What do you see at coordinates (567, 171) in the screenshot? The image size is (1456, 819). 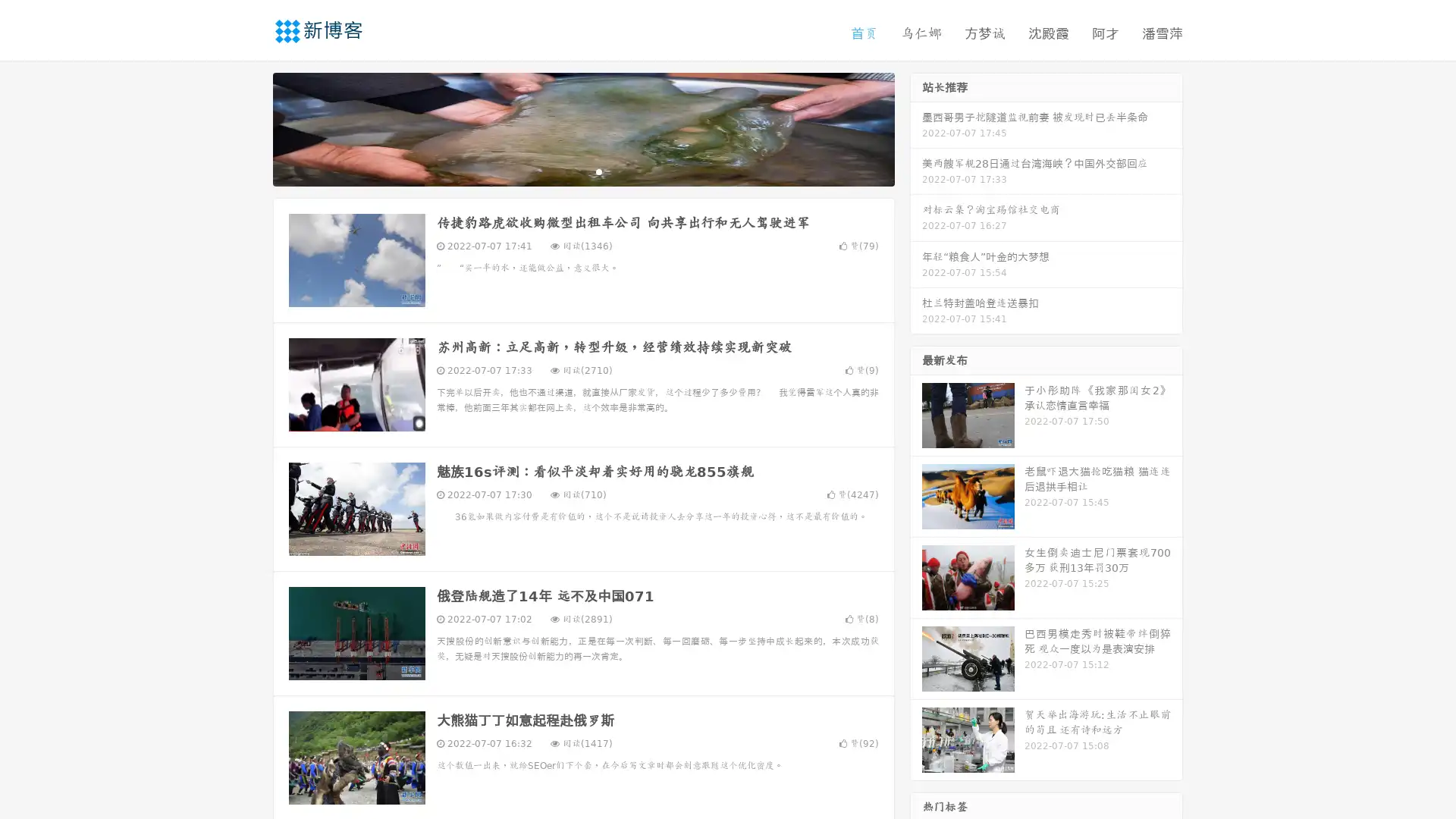 I see `Go to slide 1` at bounding box center [567, 171].